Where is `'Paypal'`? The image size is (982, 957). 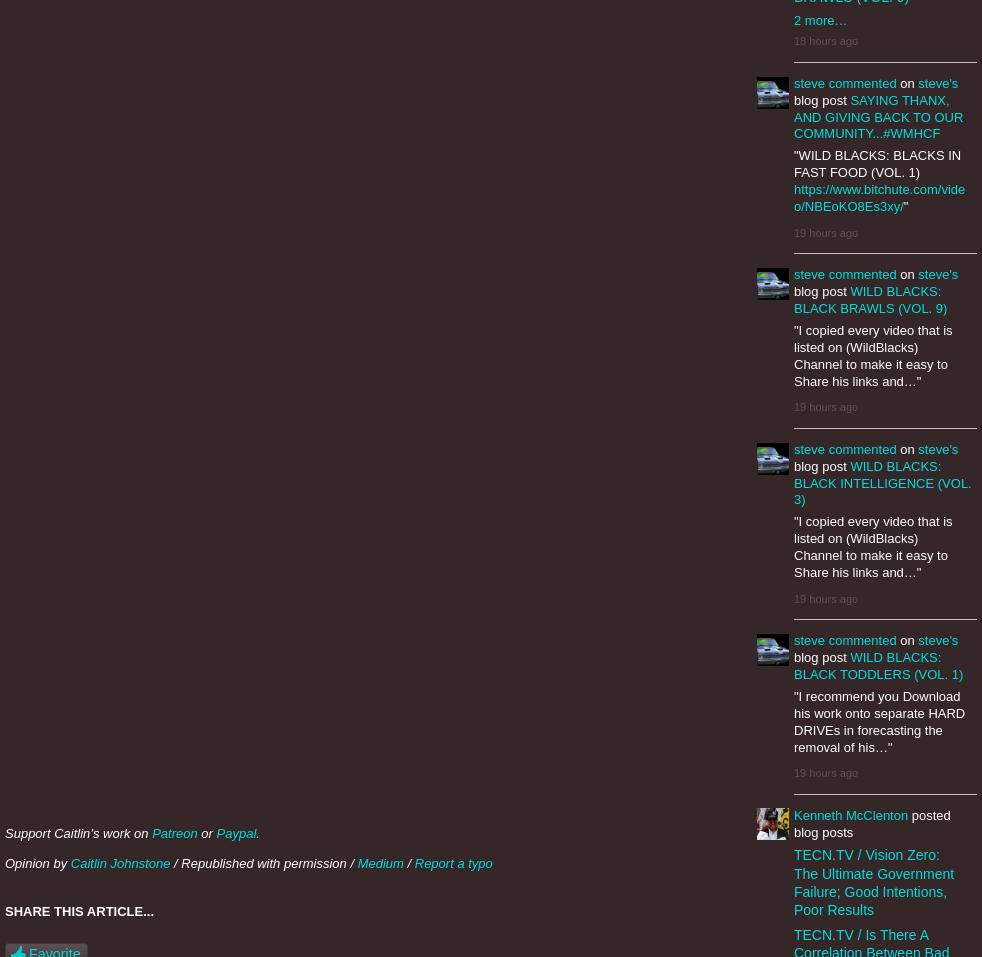
'Paypal' is located at coordinates (234, 832).